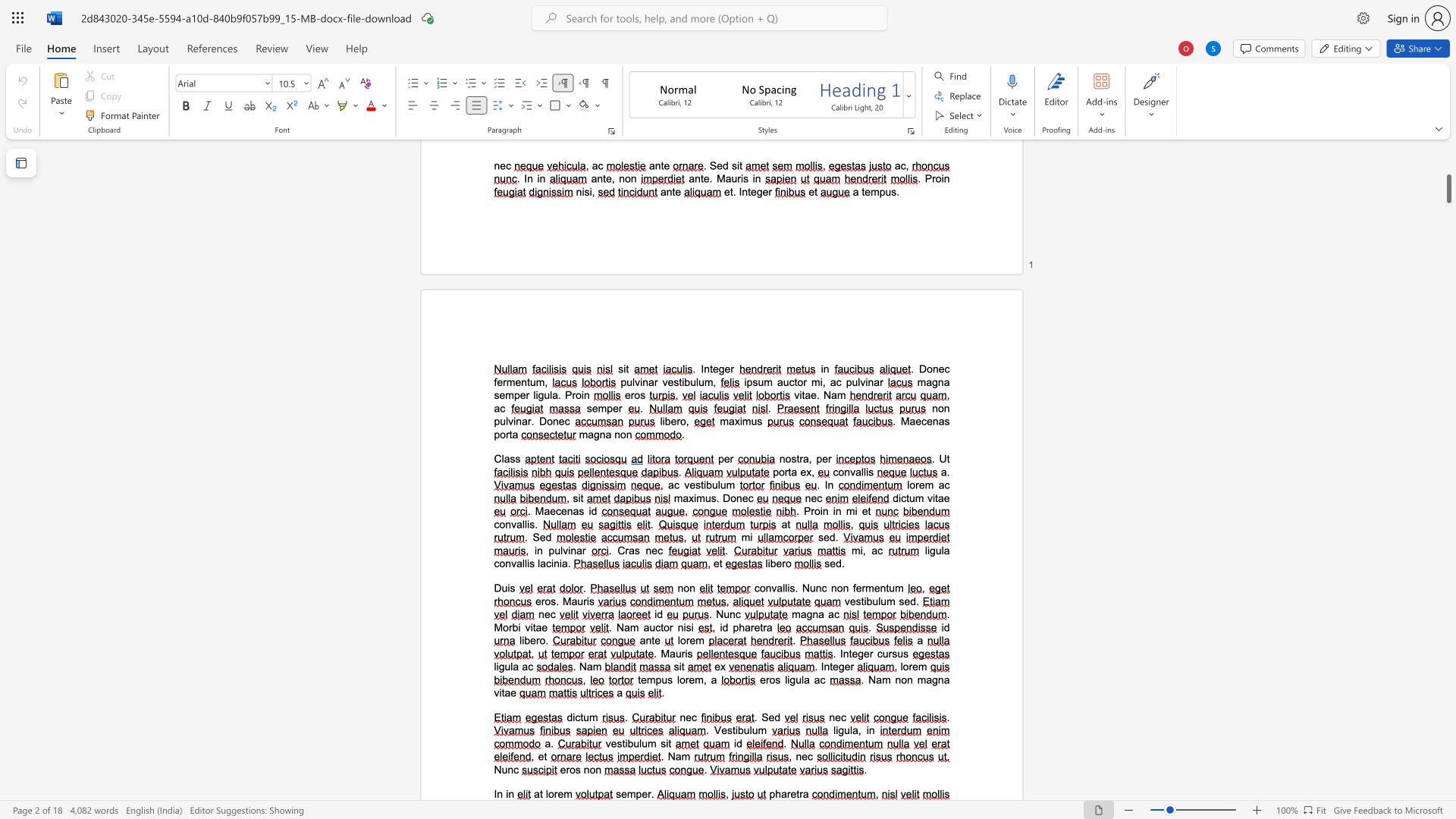 The width and height of the screenshot is (1456, 819). Describe the element at coordinates (802, 793) in the screenshot. I see `the space between the continuous character "r" and "a" in the text` at that location.